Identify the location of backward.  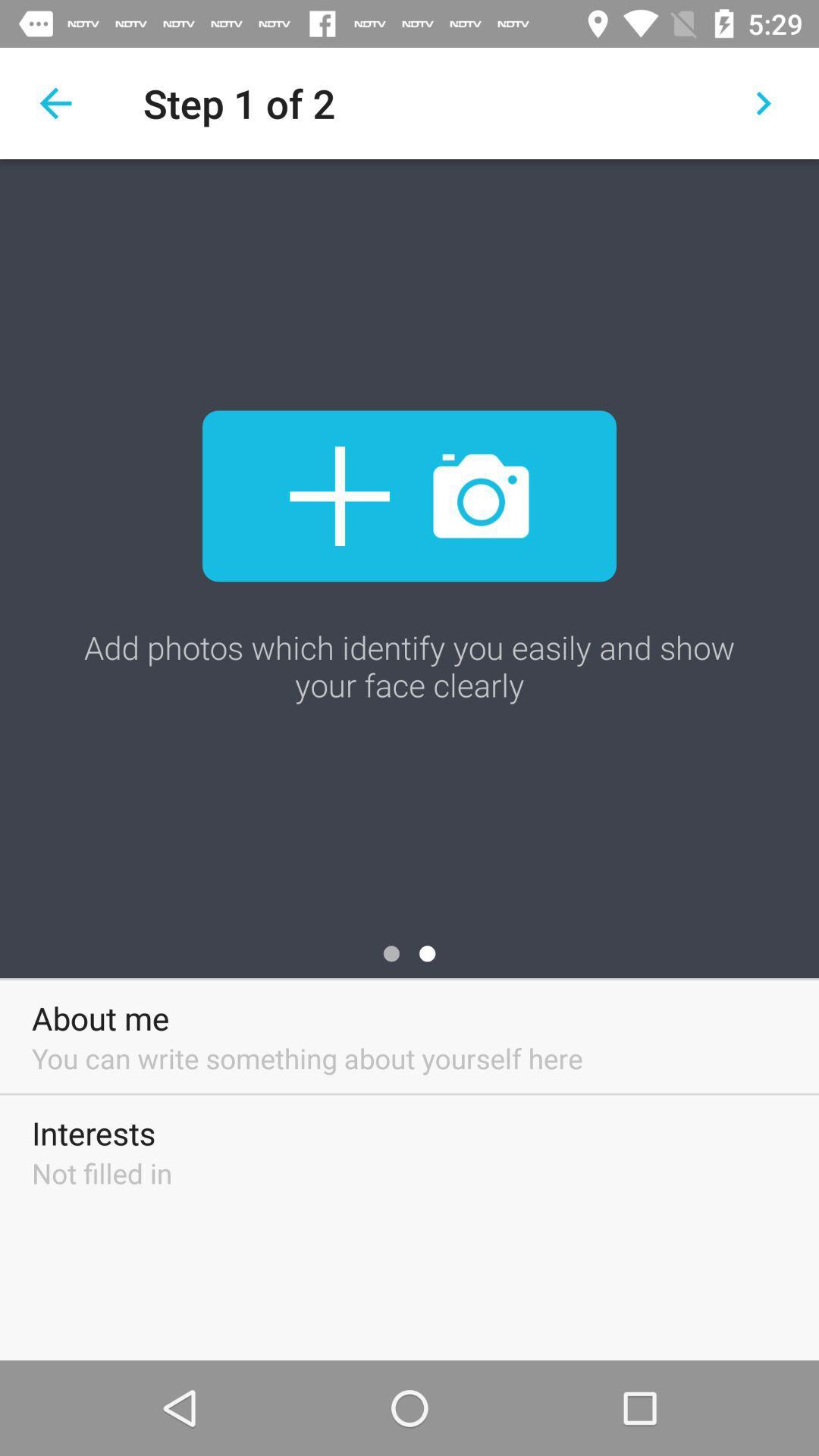
(55, 102).